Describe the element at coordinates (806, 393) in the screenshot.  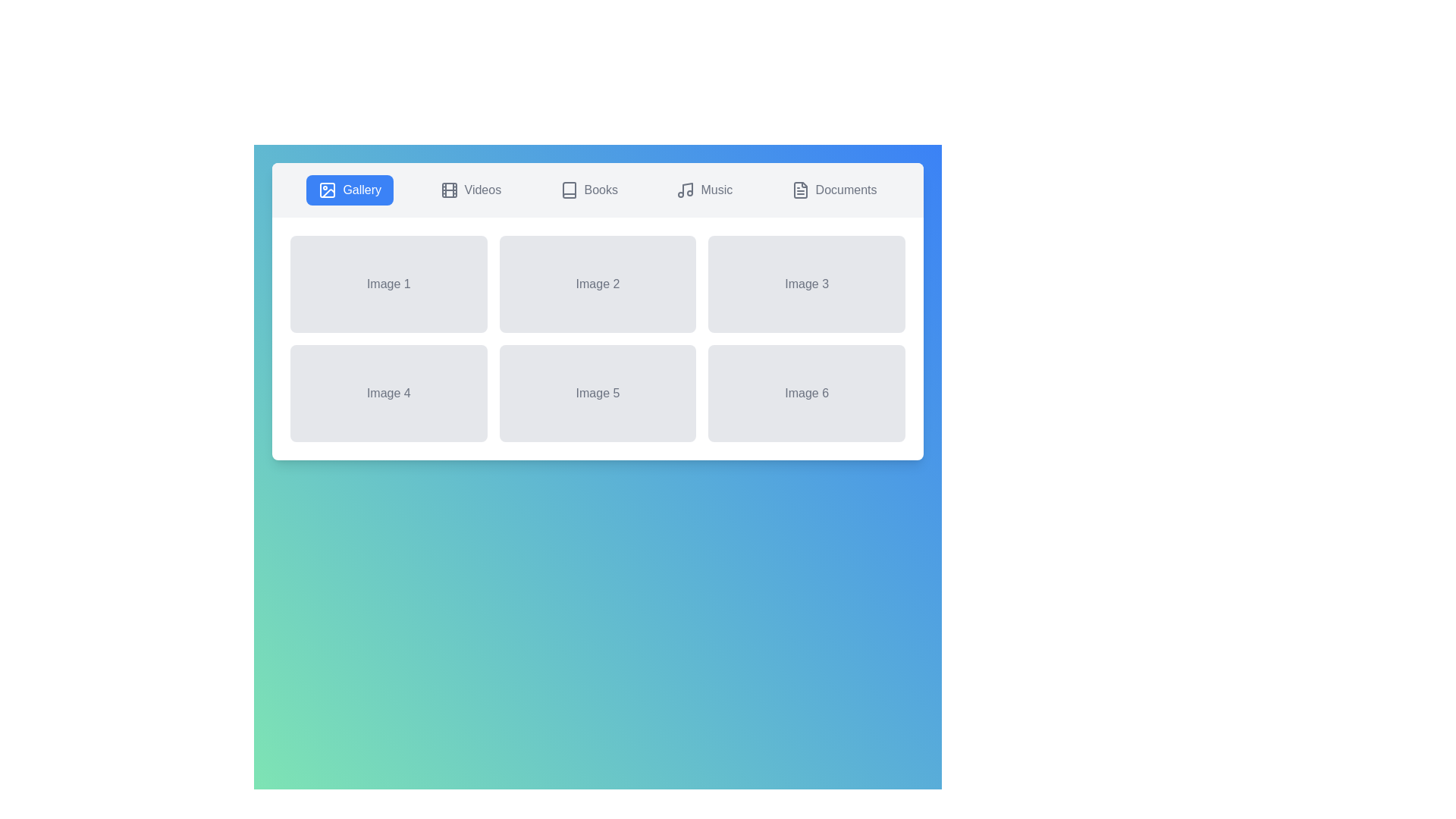
I see `the media placeholder tile located in the bottom-right corner of a 3x2 grid layout` at that location.